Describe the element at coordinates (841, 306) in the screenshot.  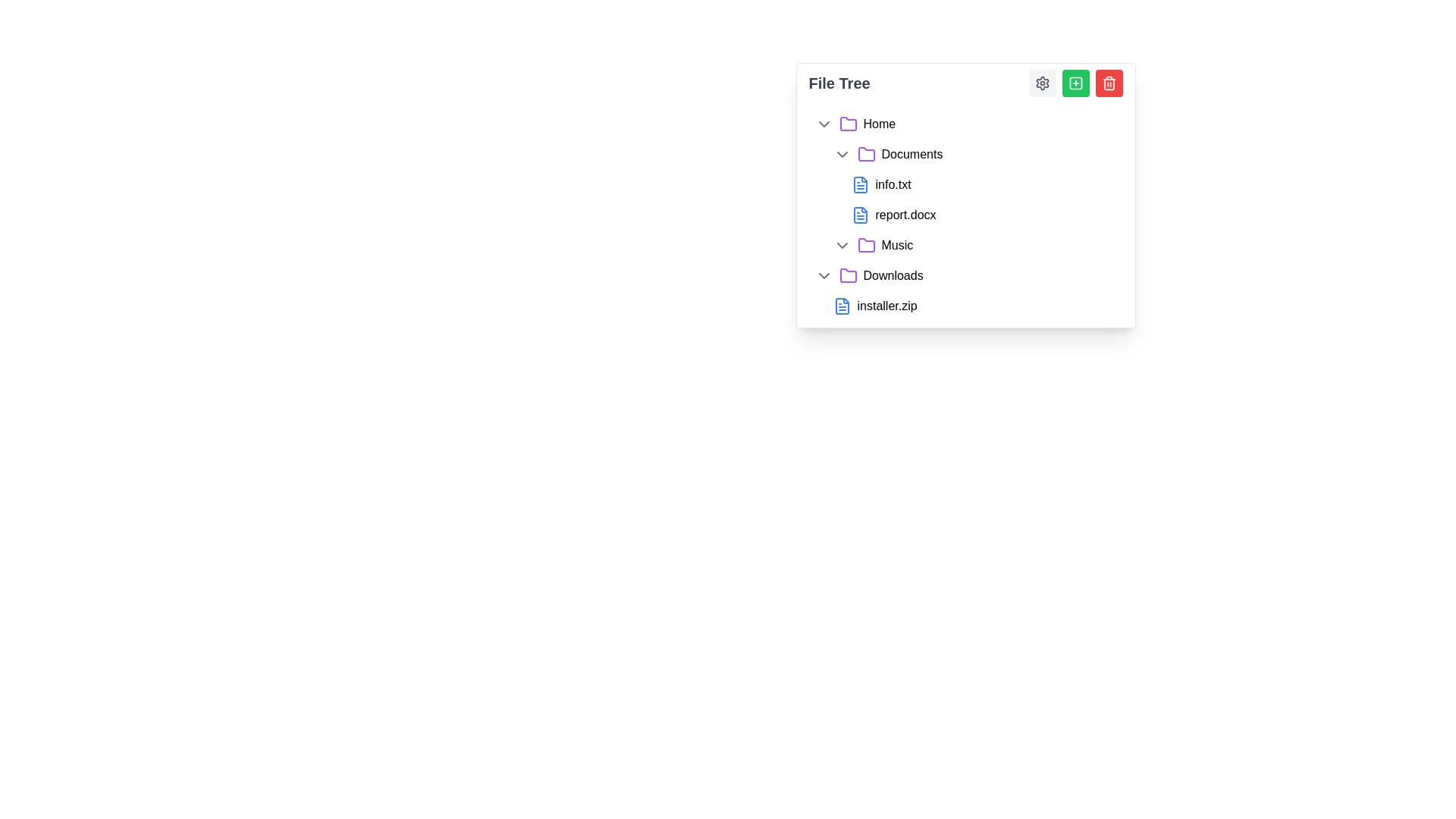
I see `the small blue document icon located to the left of the text 'installer.zip'` at that location.